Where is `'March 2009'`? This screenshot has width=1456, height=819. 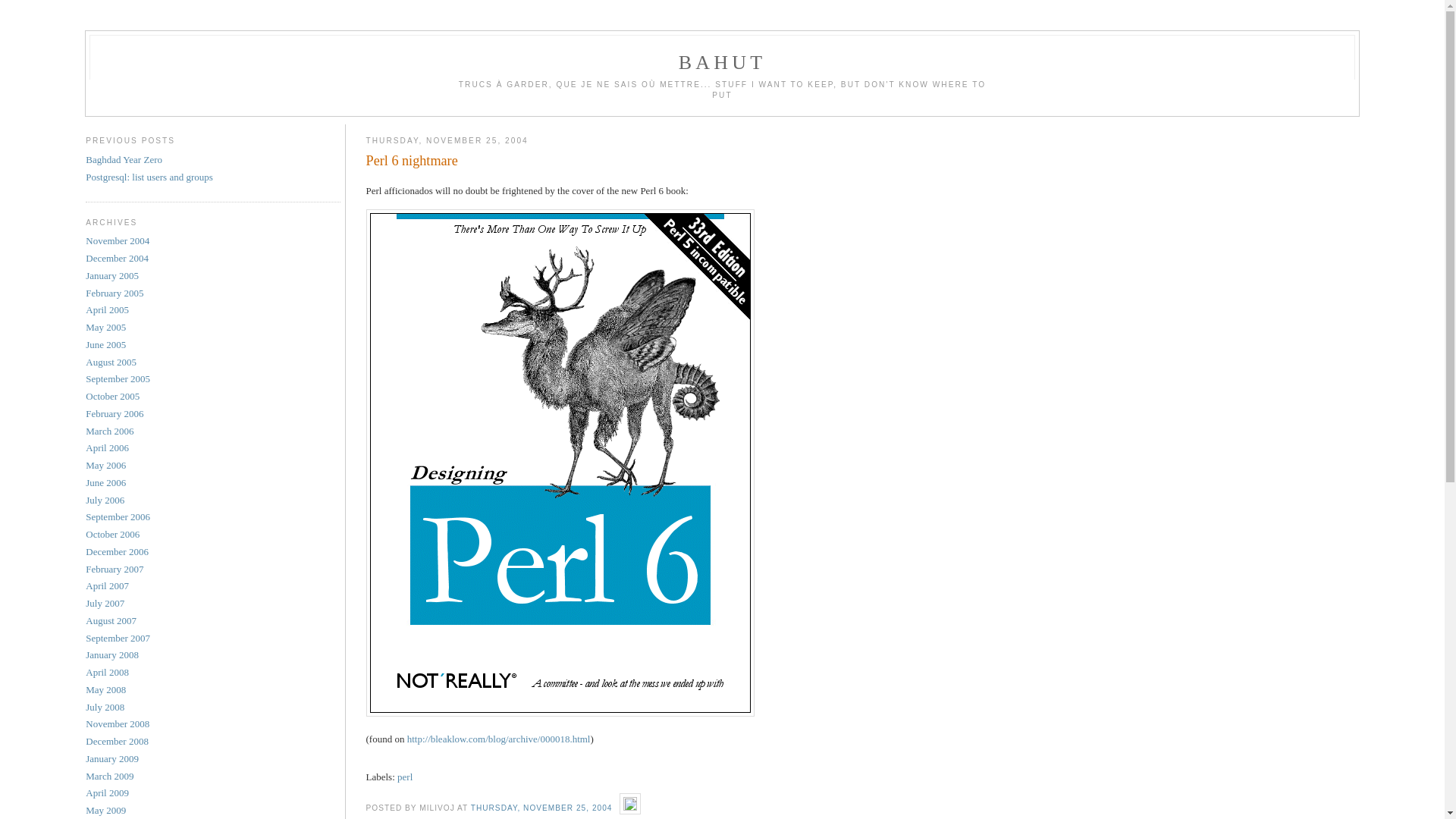
'March 2009' is located at coordinates (108, 776).